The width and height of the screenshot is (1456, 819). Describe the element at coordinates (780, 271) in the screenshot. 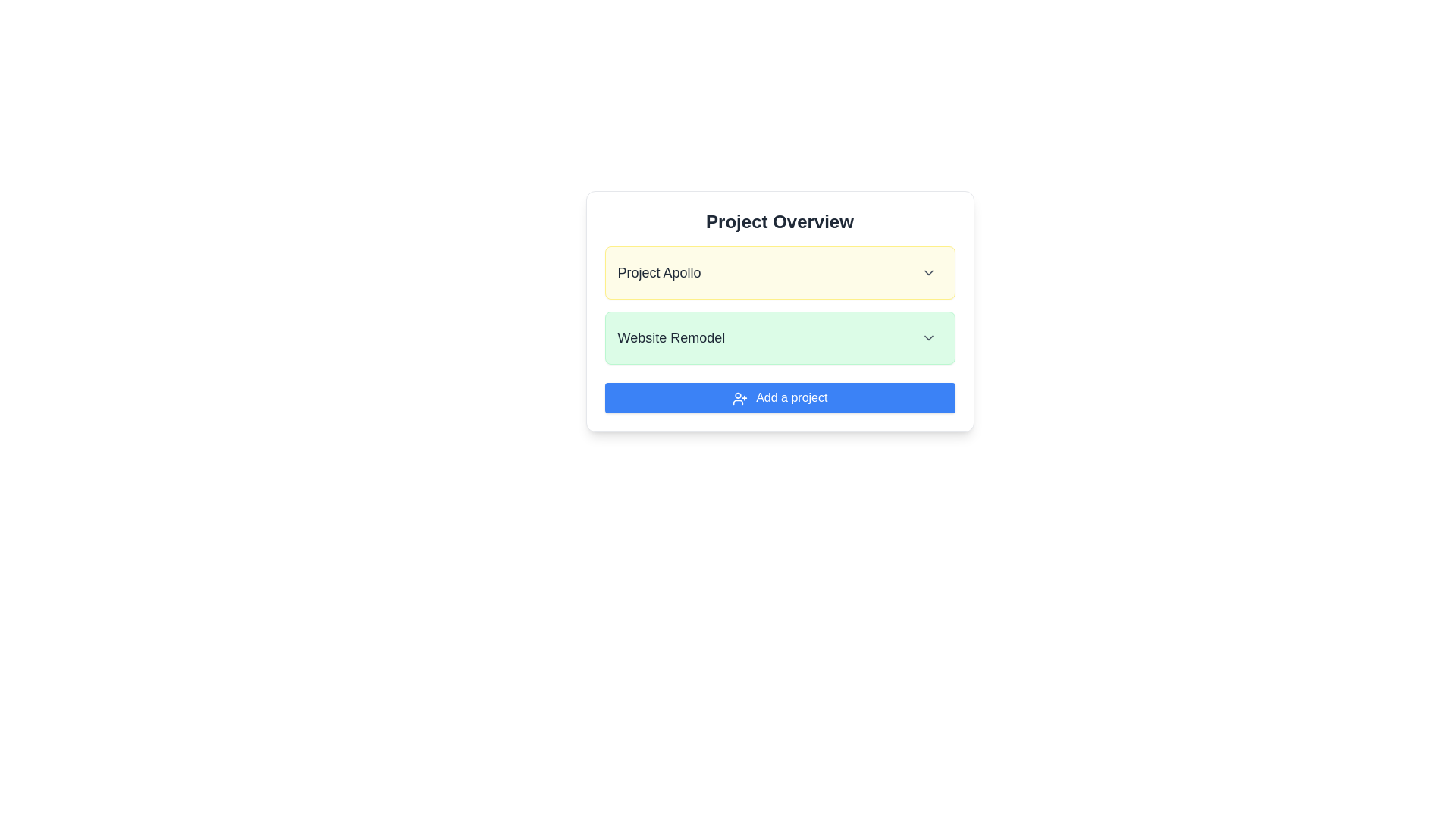

I see `the first dropdown selector item related to 'Project Apollo'` at that location.